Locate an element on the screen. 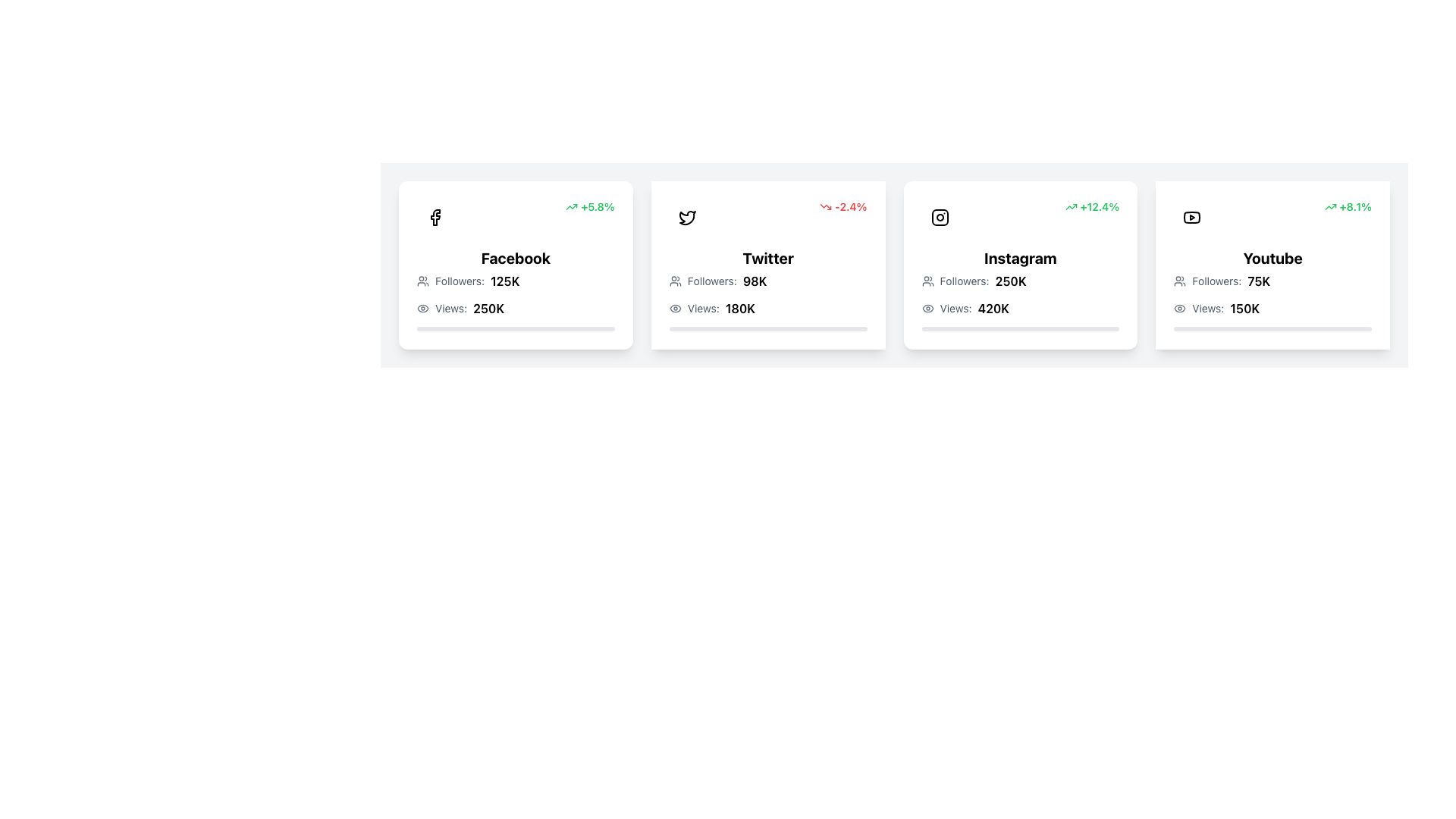 The image size is (1456, 819). the Instagram card element to interact with it, which displays the number of followers (250K) and is located at the top-left corner of the card, just below the title 'Instagram' is located at coordinates (1020, 281).